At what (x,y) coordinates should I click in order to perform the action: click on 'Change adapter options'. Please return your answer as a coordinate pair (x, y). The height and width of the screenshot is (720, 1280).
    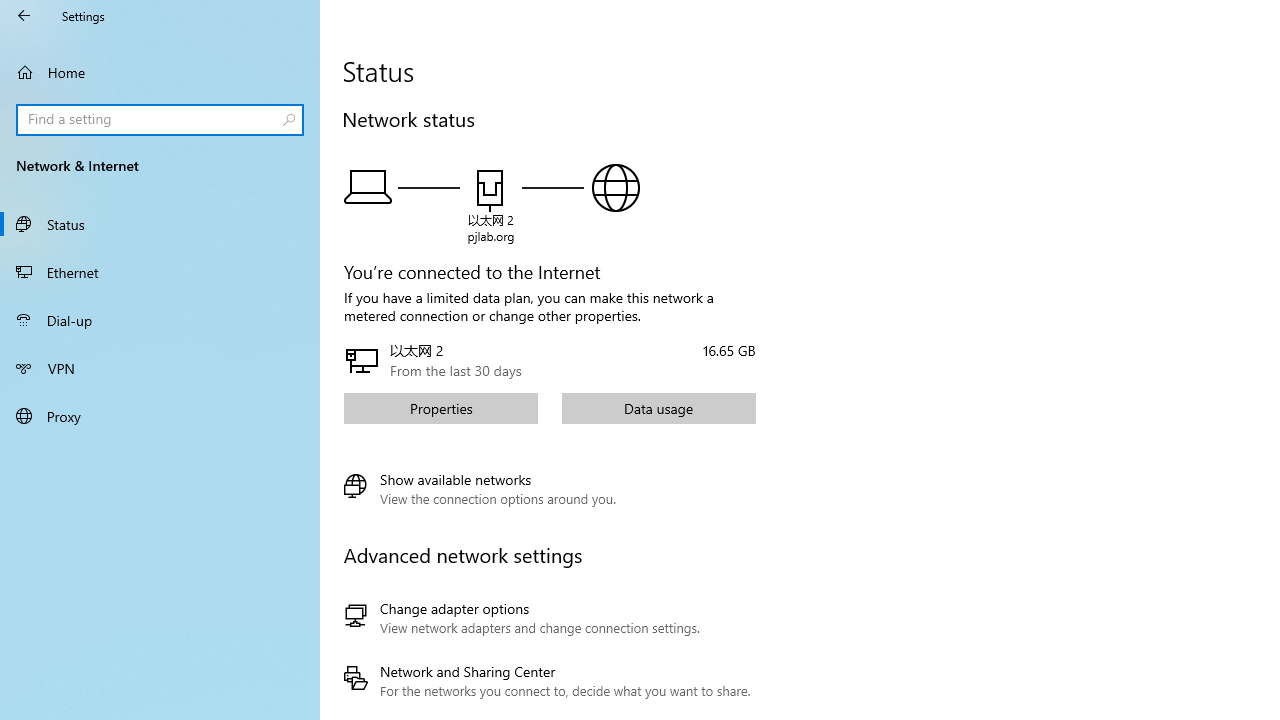
    Looking at the image, I should click on (547, 617).